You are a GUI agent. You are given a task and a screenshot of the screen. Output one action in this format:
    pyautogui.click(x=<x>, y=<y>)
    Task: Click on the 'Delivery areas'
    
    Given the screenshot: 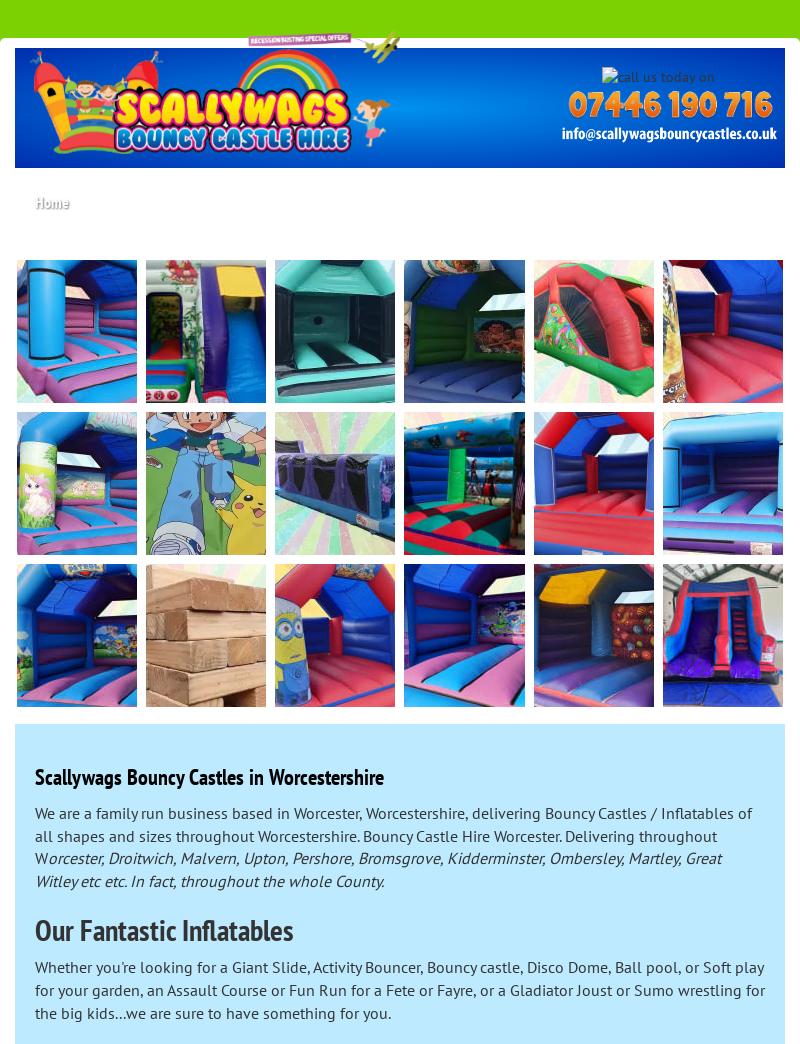 What is the action you would take?
    pyautogui.click(x=270, y=212)
    